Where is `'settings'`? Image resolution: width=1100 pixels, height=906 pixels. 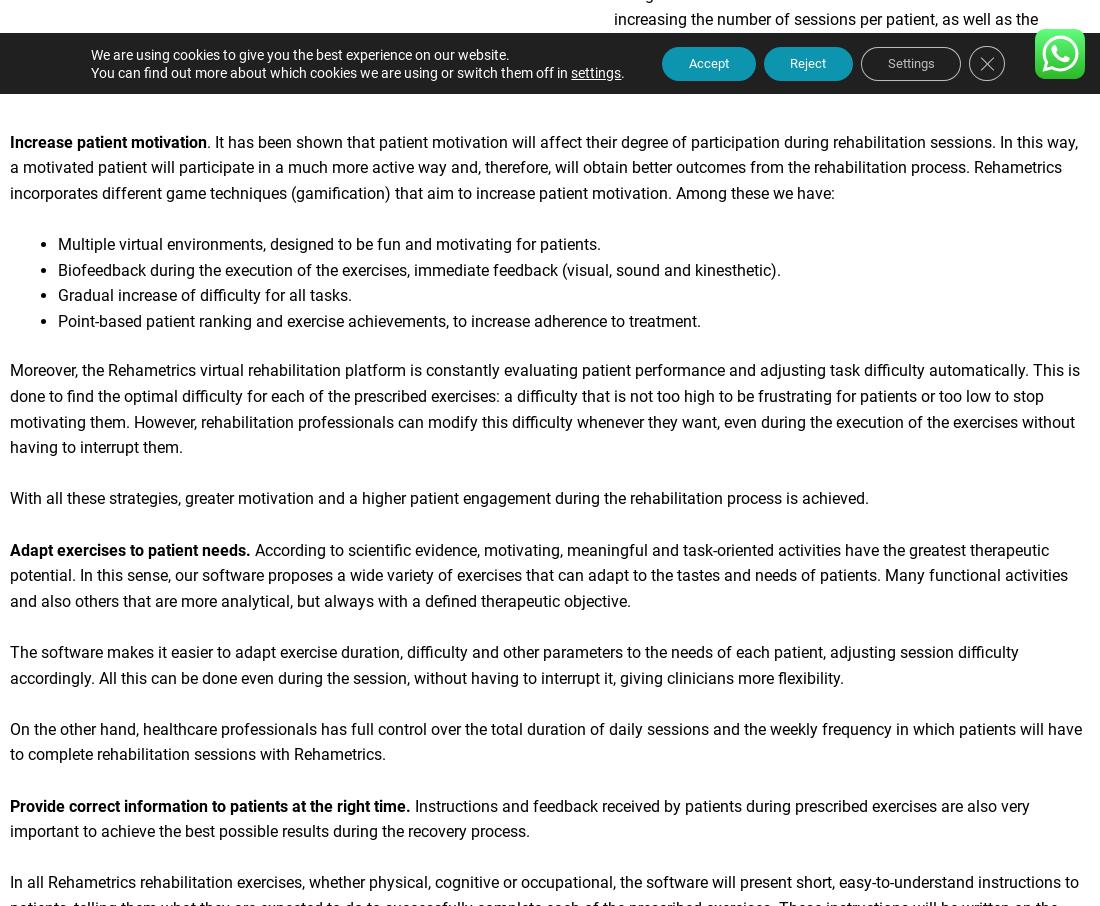 'settings' is located at coordinates (555, 72).